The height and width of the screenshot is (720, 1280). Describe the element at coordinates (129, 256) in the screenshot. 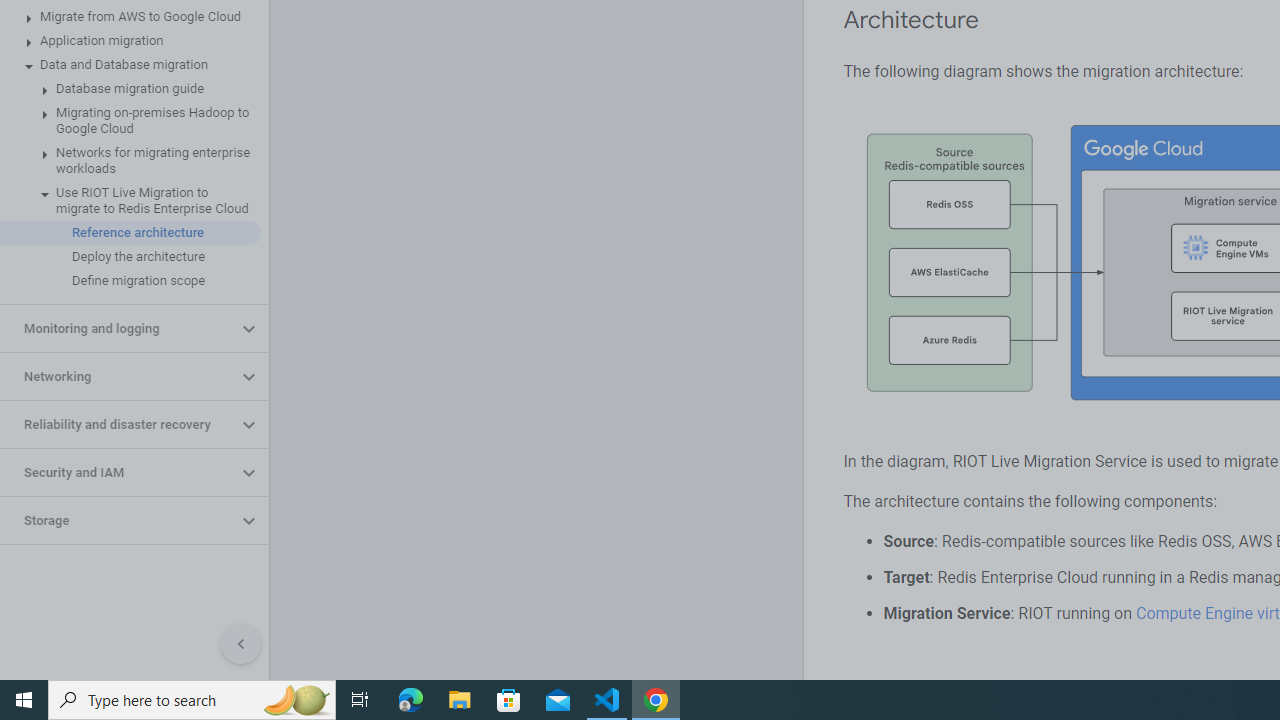

I see `'Deploy the architecture'` at that location.